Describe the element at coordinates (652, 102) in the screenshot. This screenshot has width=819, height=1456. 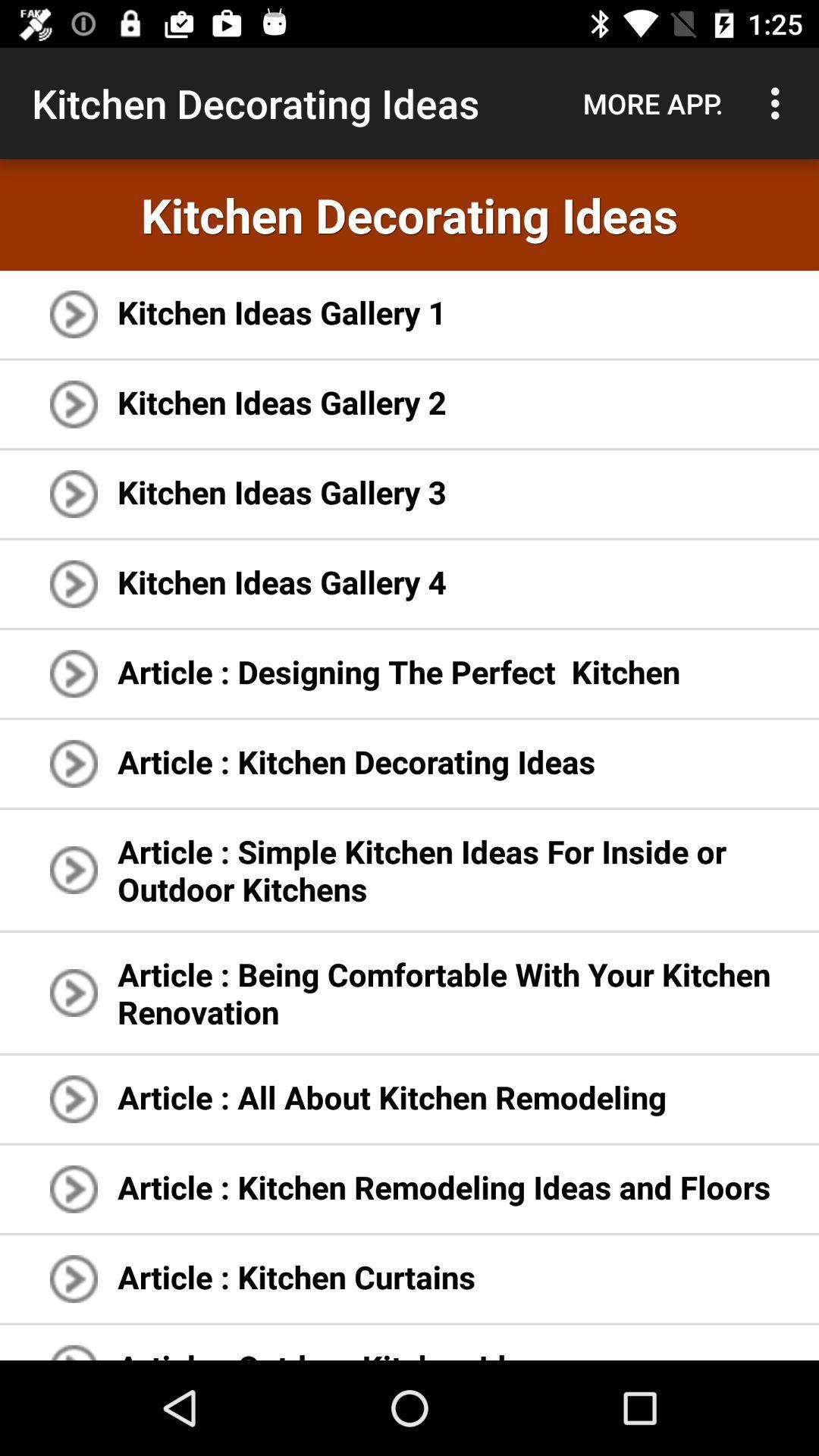
I see `more app. icon` at that location.